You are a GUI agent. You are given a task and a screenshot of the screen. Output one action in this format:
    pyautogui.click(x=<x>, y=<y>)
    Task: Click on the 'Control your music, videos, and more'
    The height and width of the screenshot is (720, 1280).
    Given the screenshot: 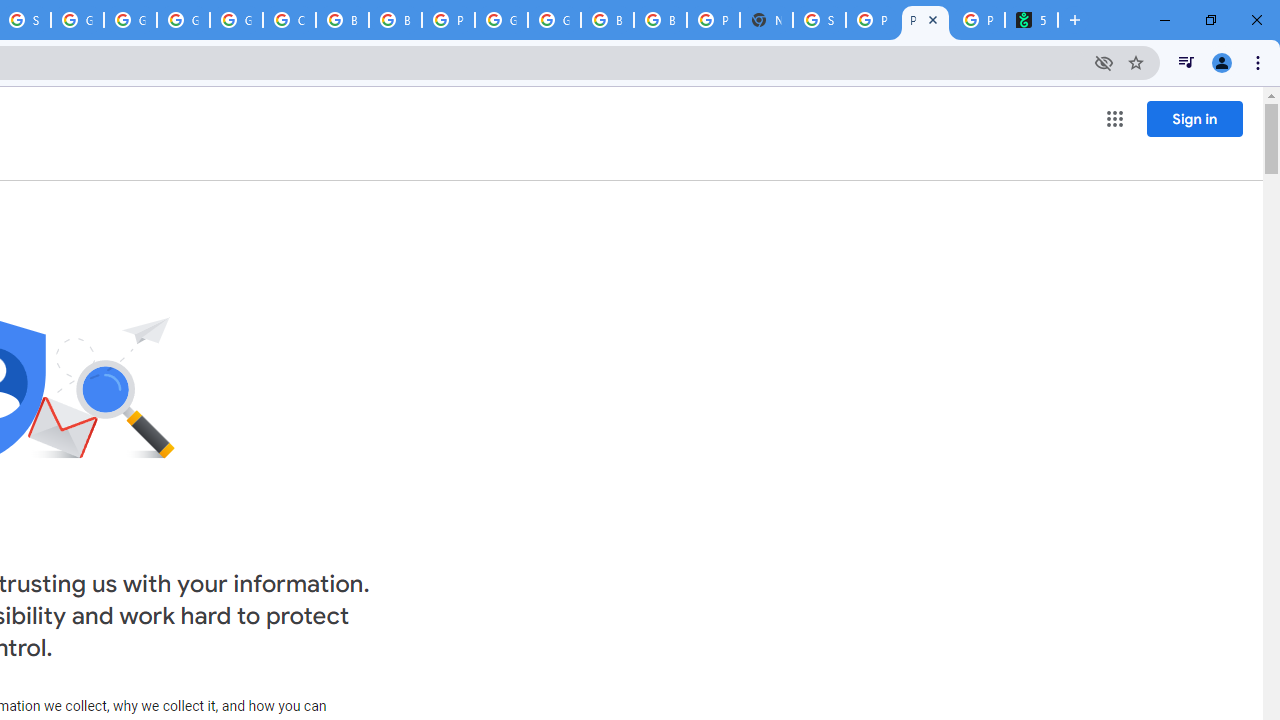 What is the action you would take?
    pyautogui.click(x=1185, y=61)
    